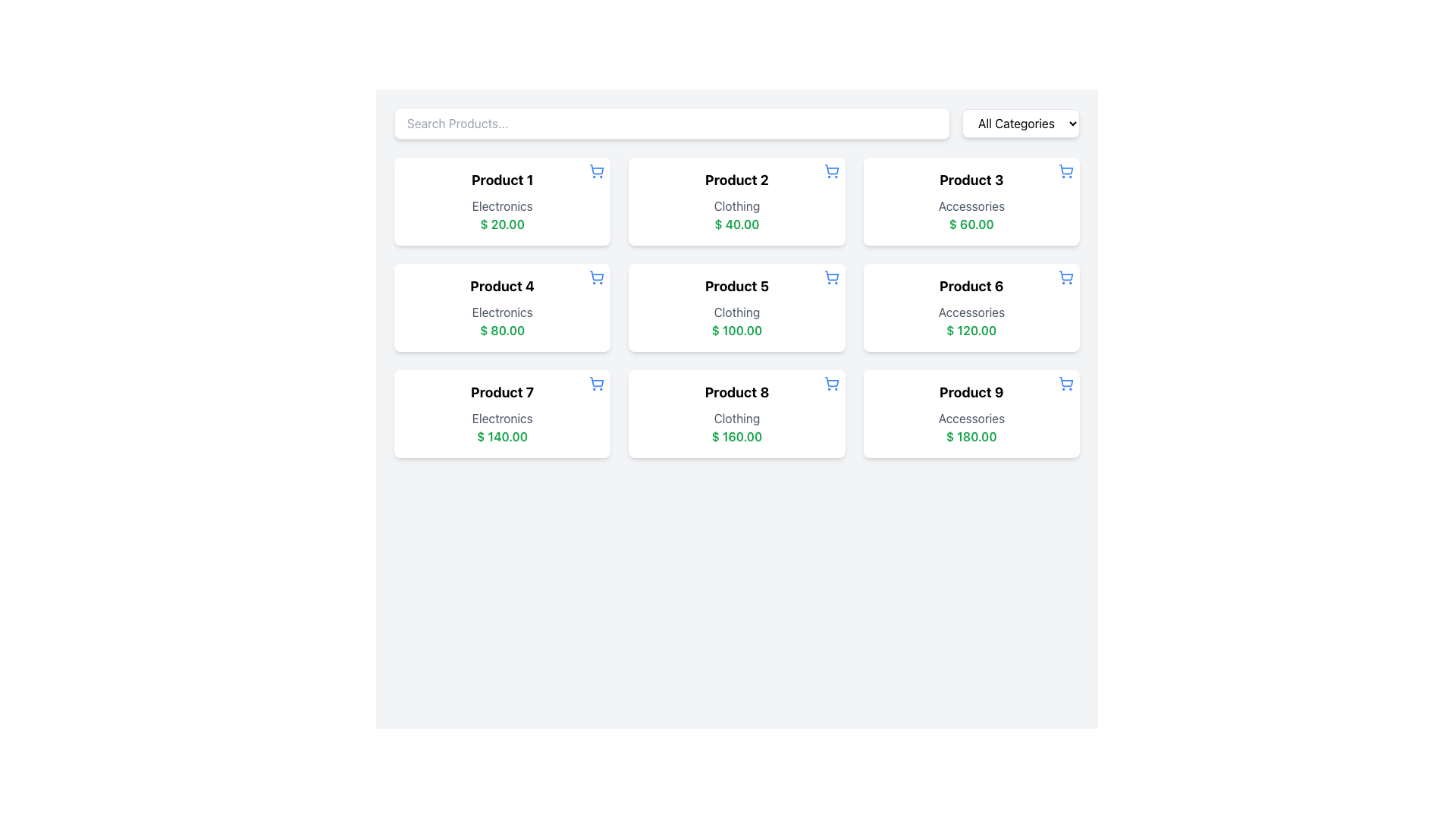 This screenshot has height=819, width=1456. I want to click on the blue shopping cart icon located in the top-right corner of the 'Product 2' card to trigger a tooltip or visual response, so click(830, 171).